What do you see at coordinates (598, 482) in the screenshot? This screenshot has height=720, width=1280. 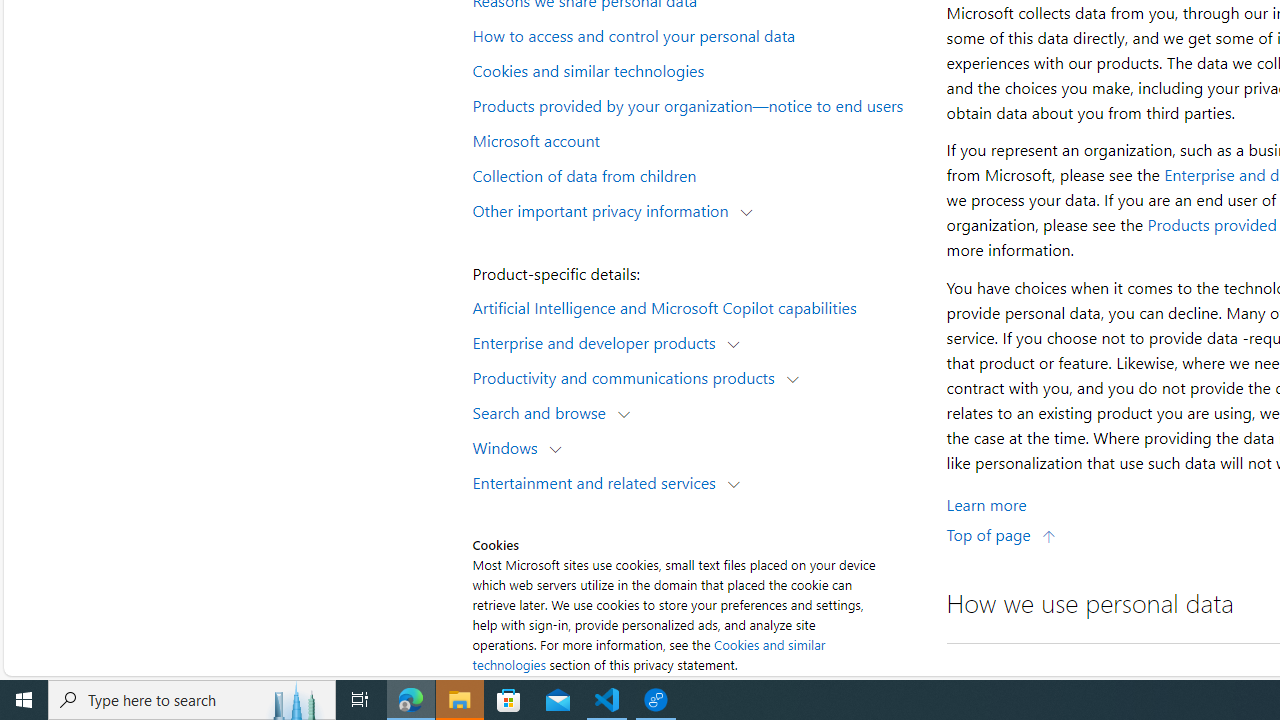 I see `'Entertainment and related services'` at bounding box center [598, 482].